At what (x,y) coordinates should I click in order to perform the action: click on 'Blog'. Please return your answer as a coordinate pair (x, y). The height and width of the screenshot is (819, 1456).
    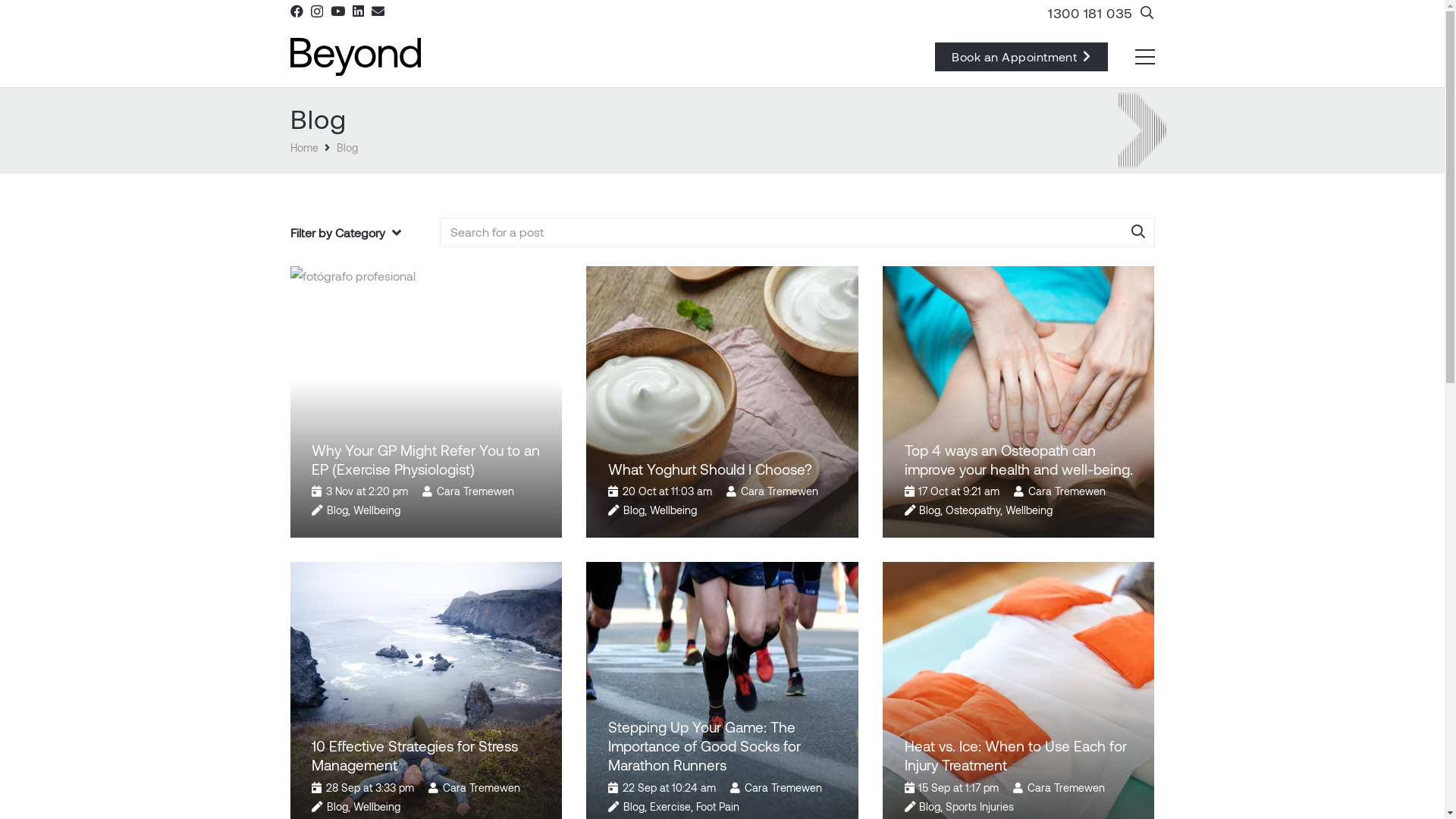
    Looking at the image, I should click on (928, 805).